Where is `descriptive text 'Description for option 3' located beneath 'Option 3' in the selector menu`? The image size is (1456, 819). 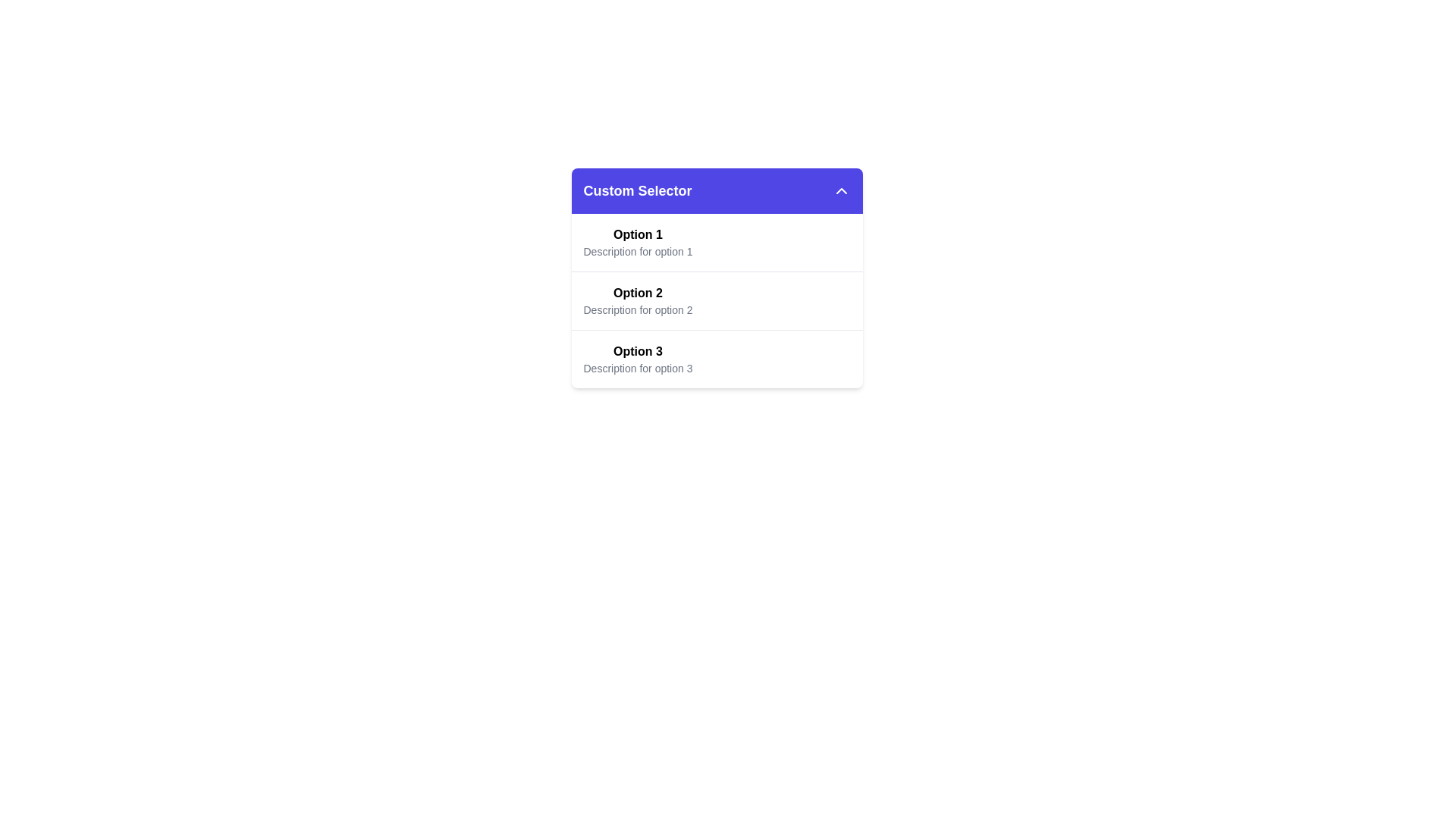 descriptive text 'Description for option 3' located beneath 'Option 3' in the selector menu is located at coordinates (638, 369).